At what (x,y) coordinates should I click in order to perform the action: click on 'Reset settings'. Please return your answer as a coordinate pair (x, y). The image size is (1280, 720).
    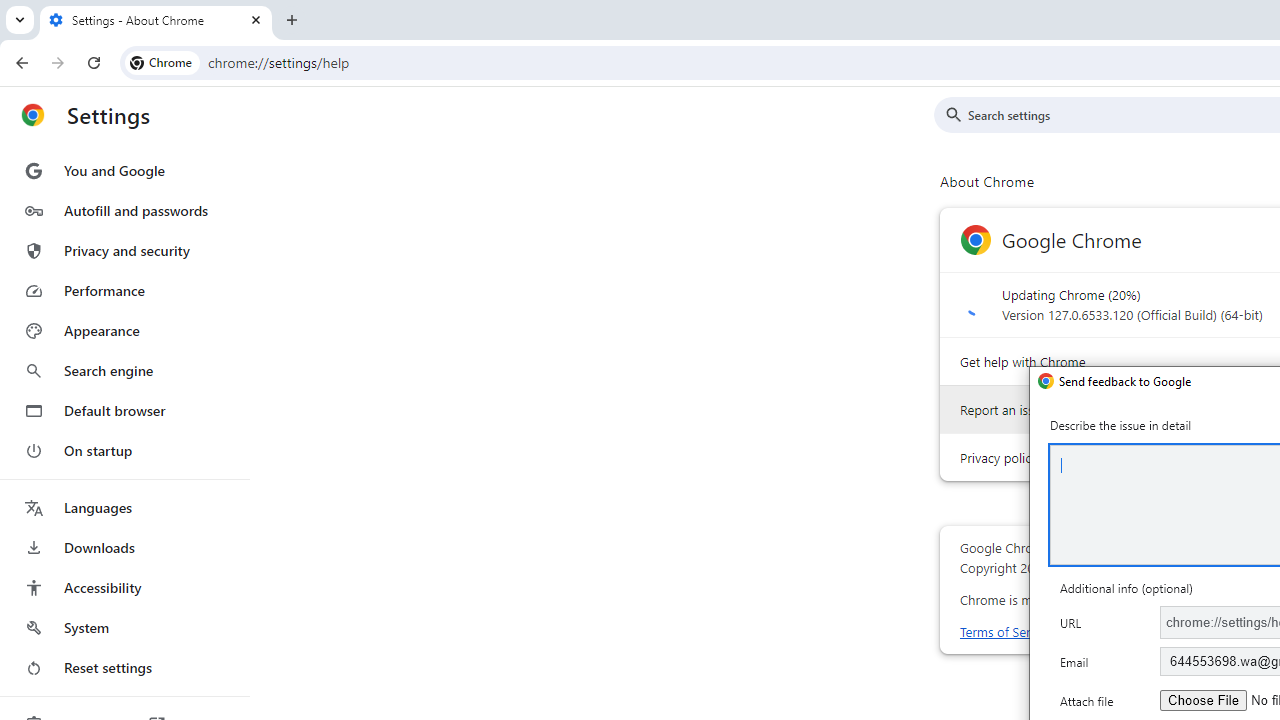
    Looking at the image, I should click on (123, 668).